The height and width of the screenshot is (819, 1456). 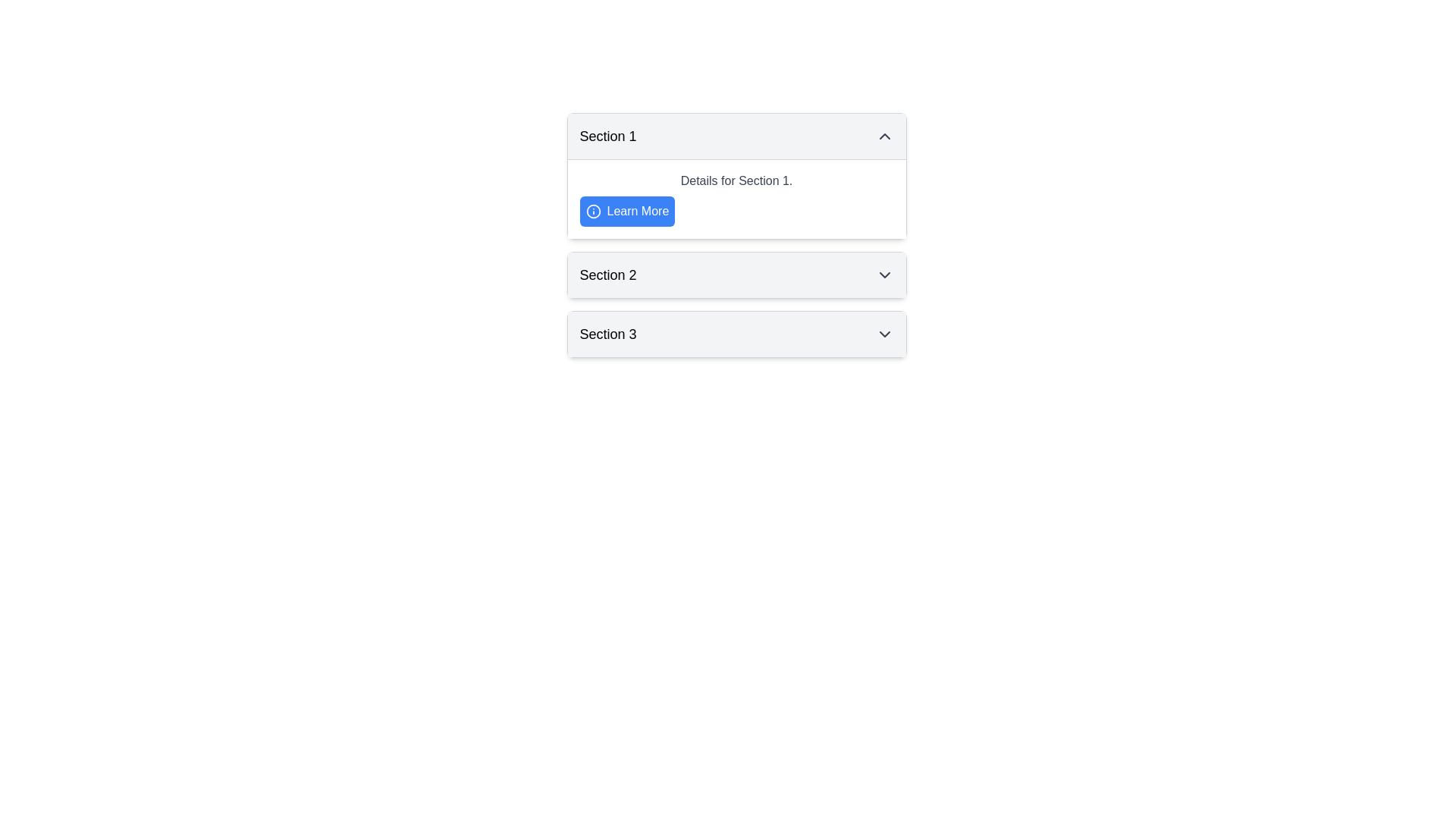 What do you see at coordinates (884, 136) in the screenshot?
I see `the upward-pointing chevron icon in the header of the 'Section 1' expandable panel` at bounding box center [884, 136].